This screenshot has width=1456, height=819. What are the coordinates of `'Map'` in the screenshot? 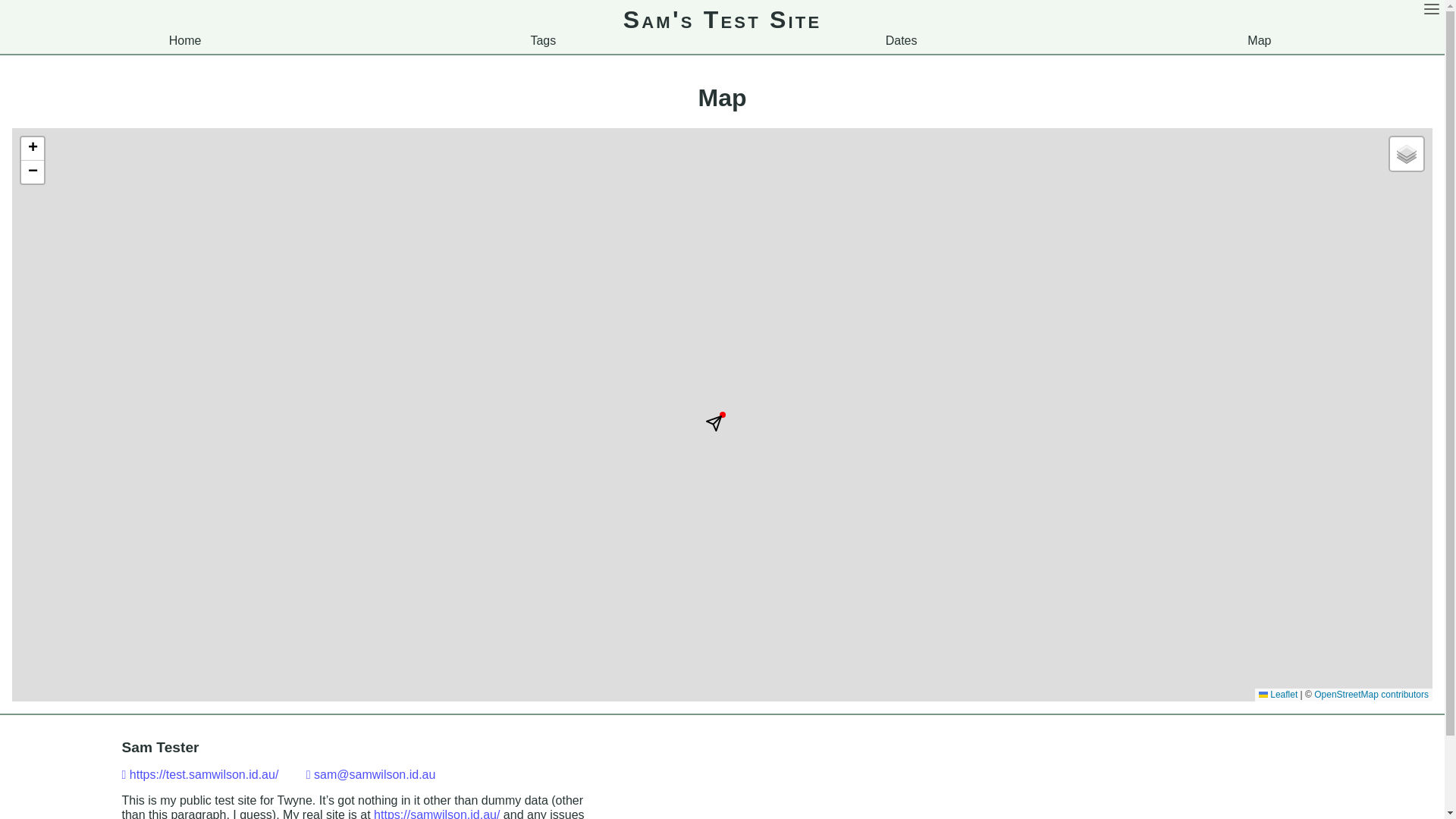 It's located at (1259, 39).